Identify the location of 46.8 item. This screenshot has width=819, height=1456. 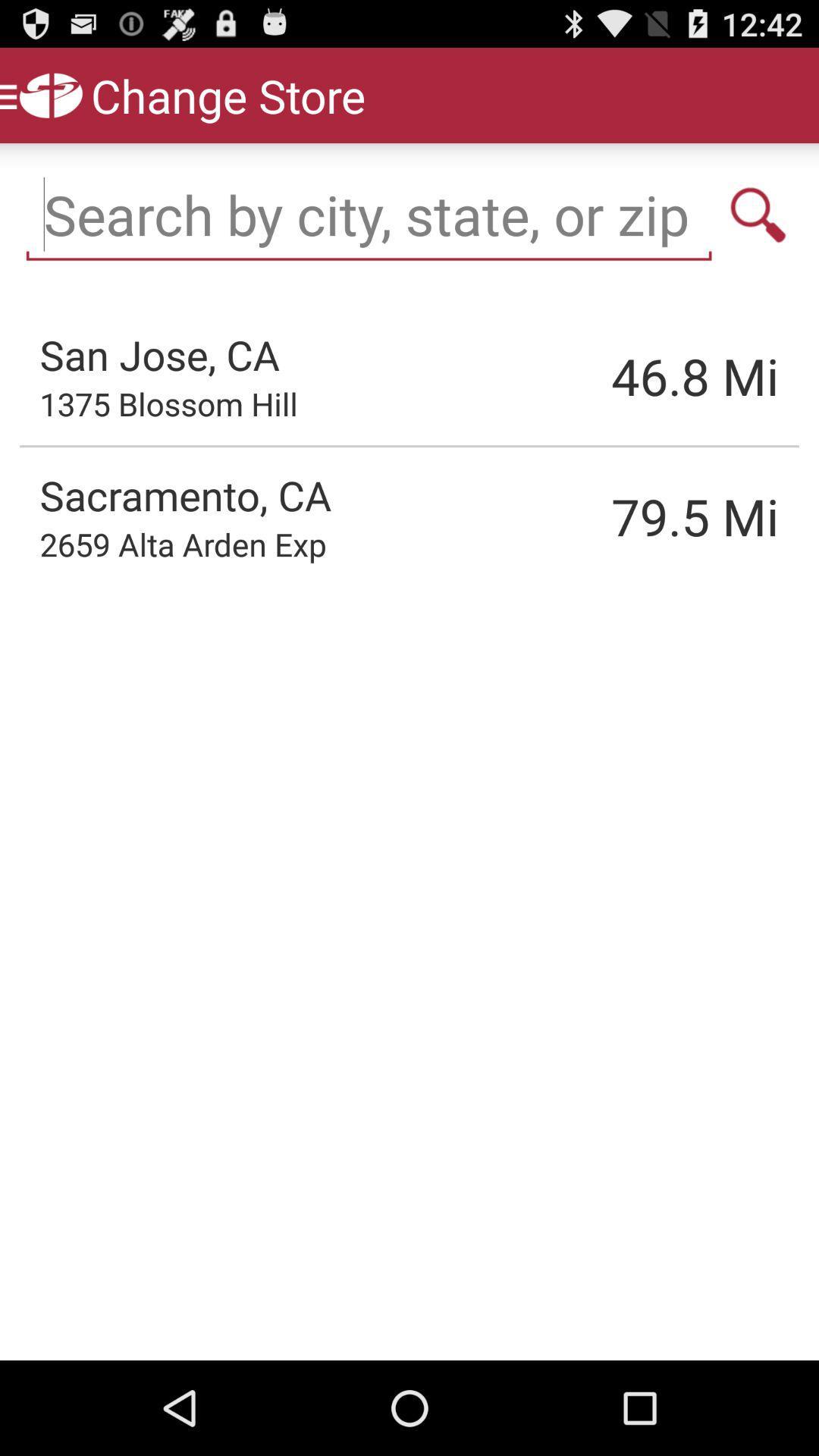
(618, 376).